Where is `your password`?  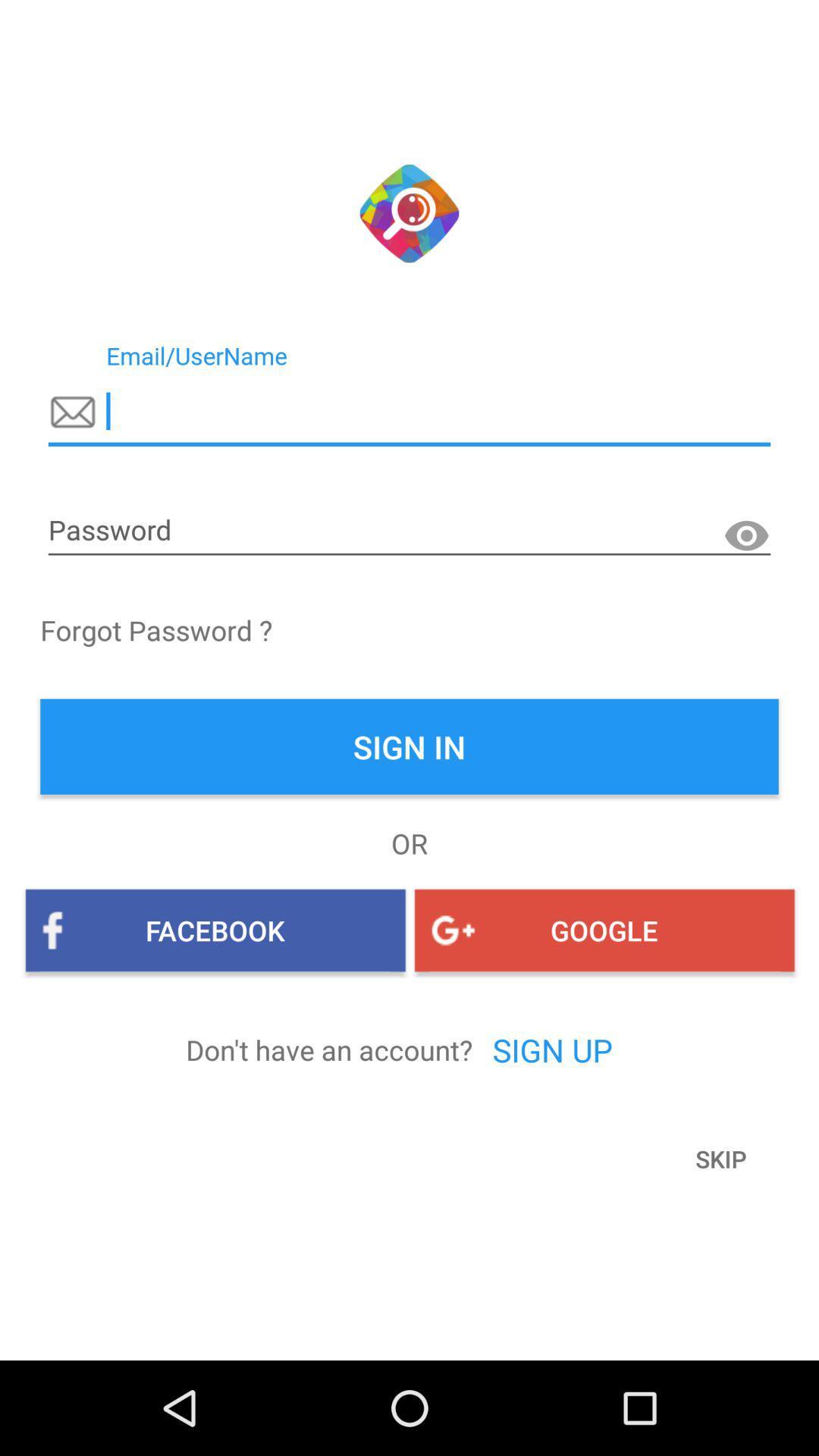 your password is located at coordinates (409, 531).